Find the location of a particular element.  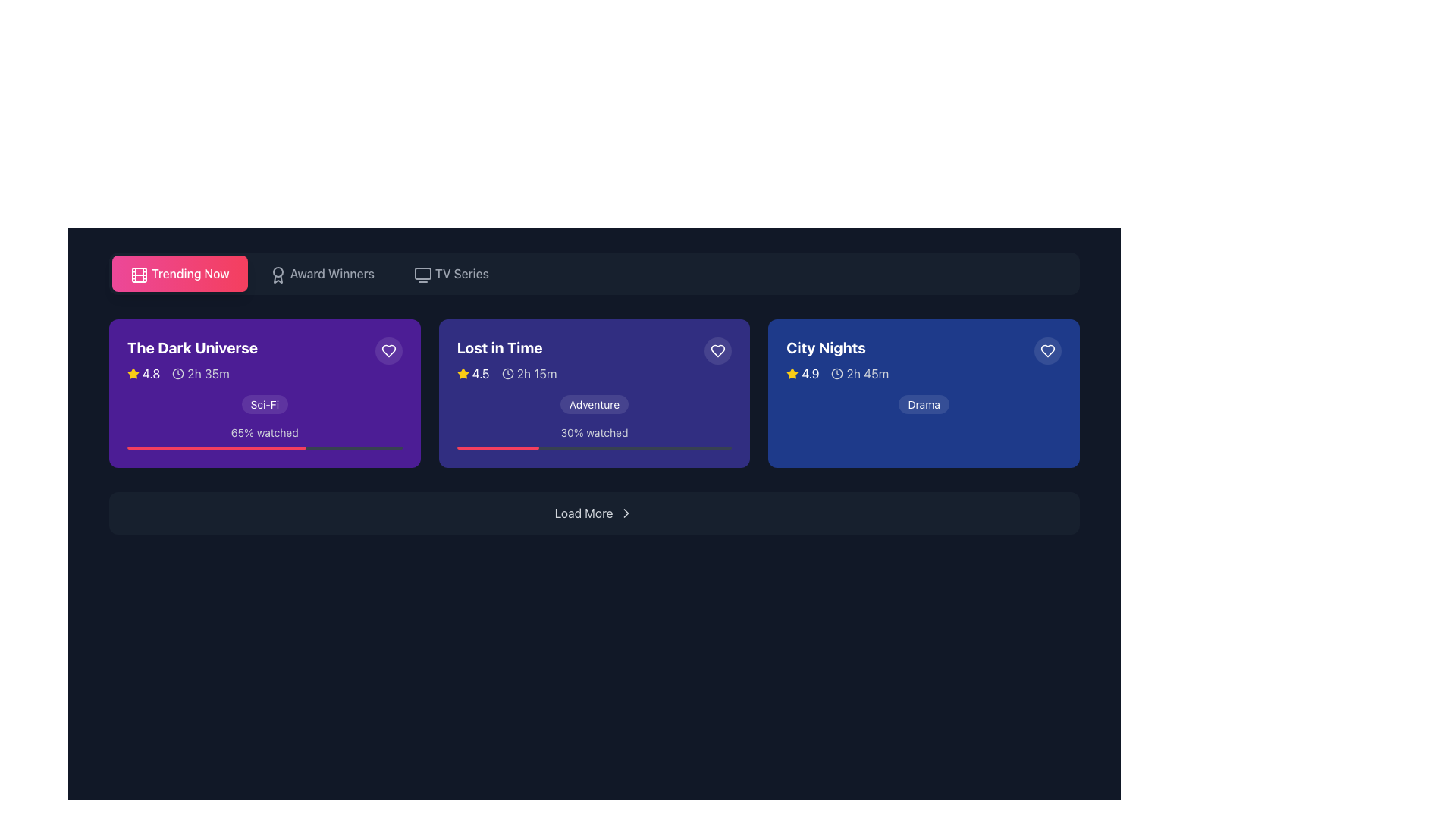

the third button, which serves as a filter for TV series content, to update the displayed items accordingly is located at coordinates (450, 274).